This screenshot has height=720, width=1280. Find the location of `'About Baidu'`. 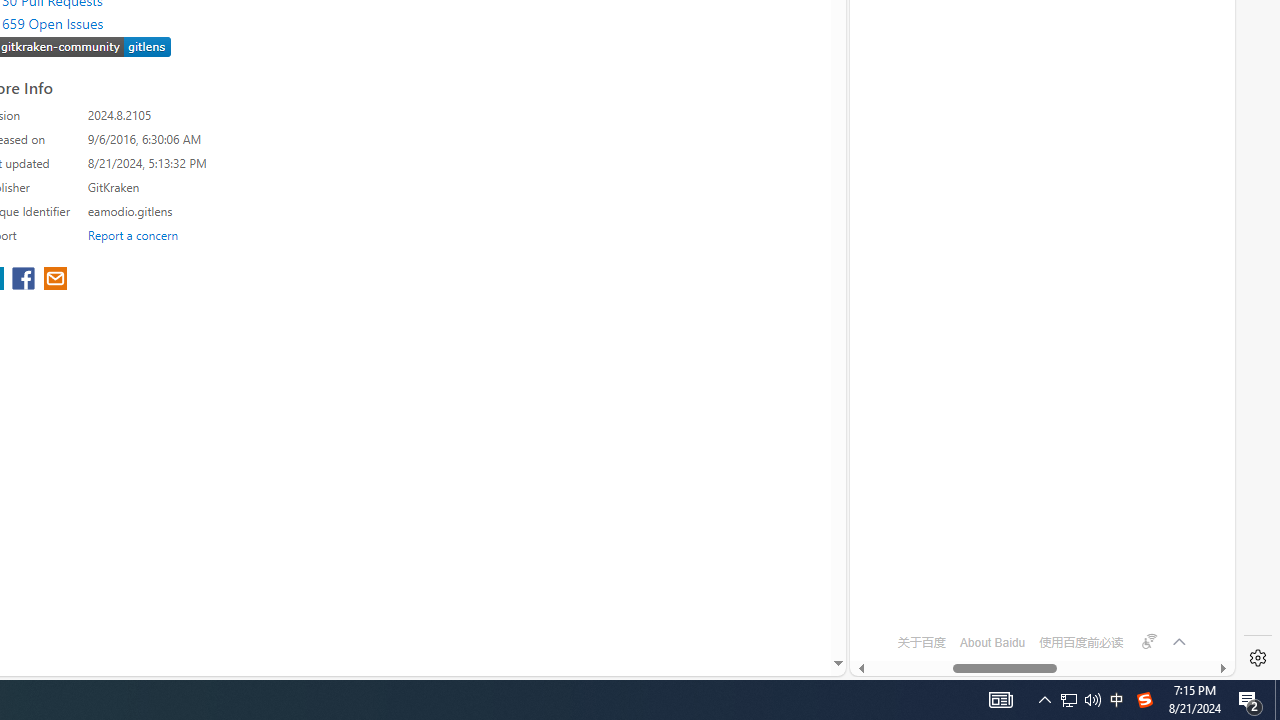

'About Baidu' is located at coordinates (992, 642).